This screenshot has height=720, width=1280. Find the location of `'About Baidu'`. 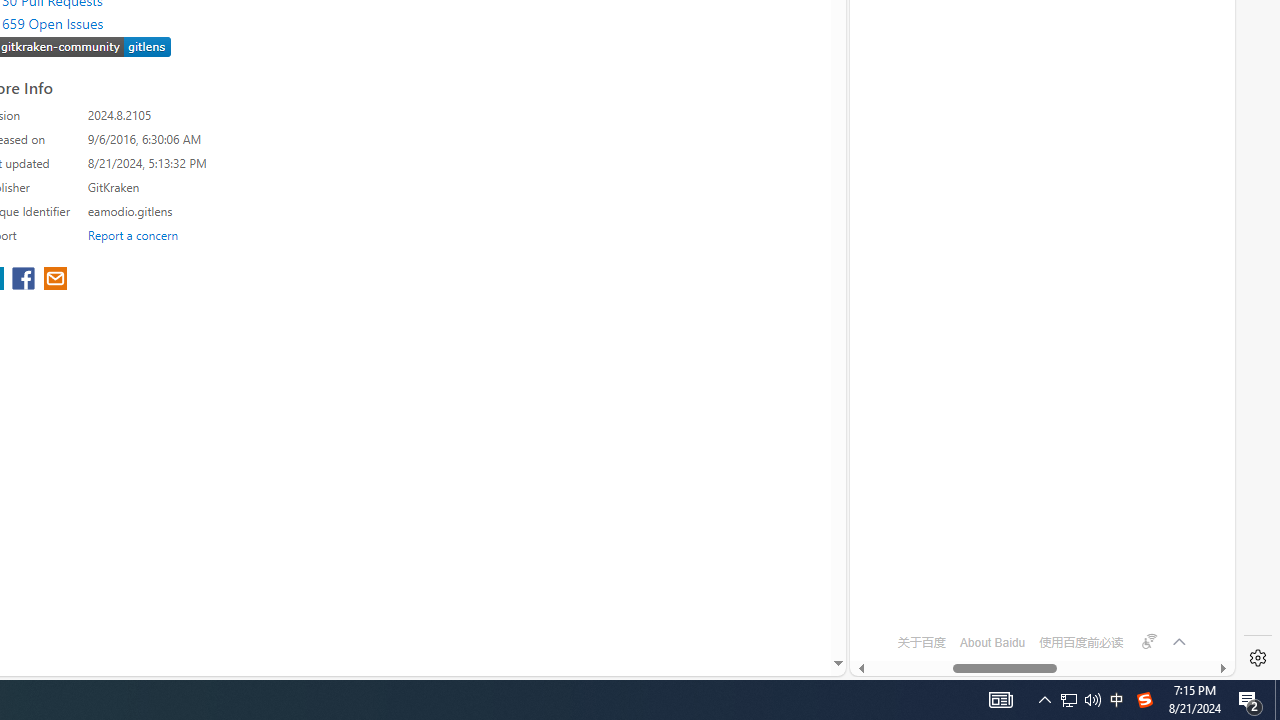

'About Baidu' is located at coordinates (992, 642).